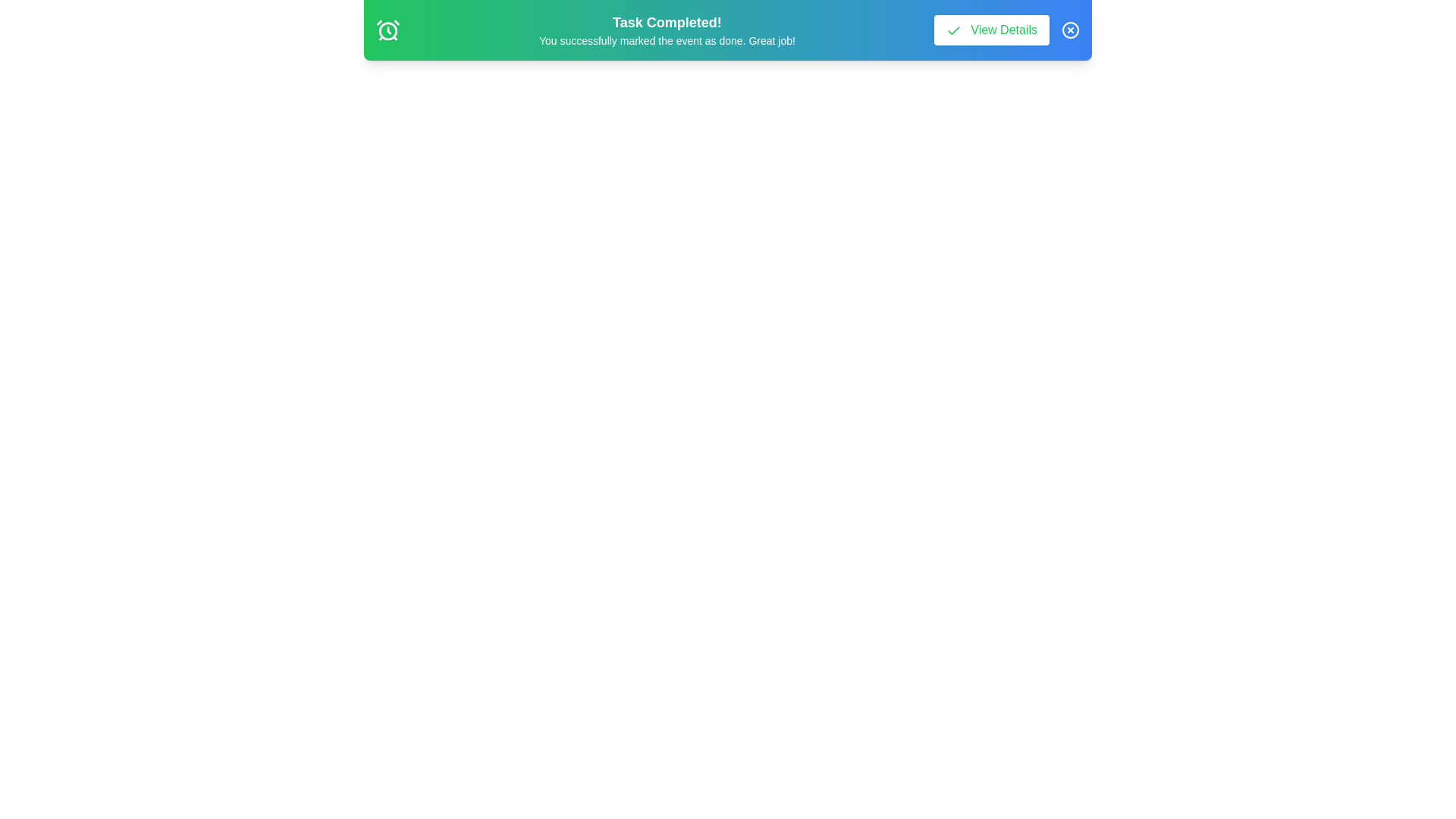  I want to click on the banner element container, so click(728, 30).